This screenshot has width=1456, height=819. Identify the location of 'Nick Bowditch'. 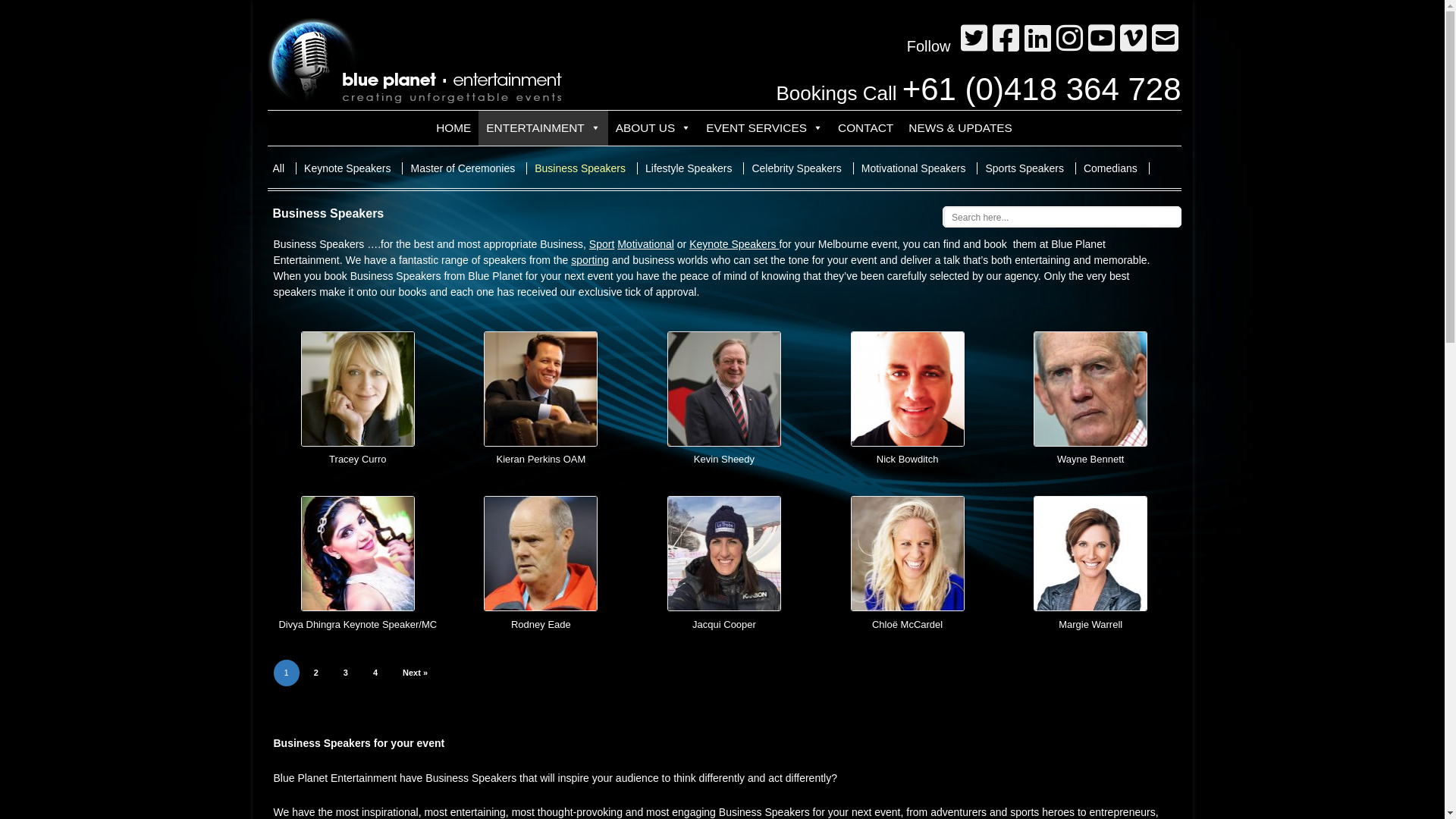
(907, 397).